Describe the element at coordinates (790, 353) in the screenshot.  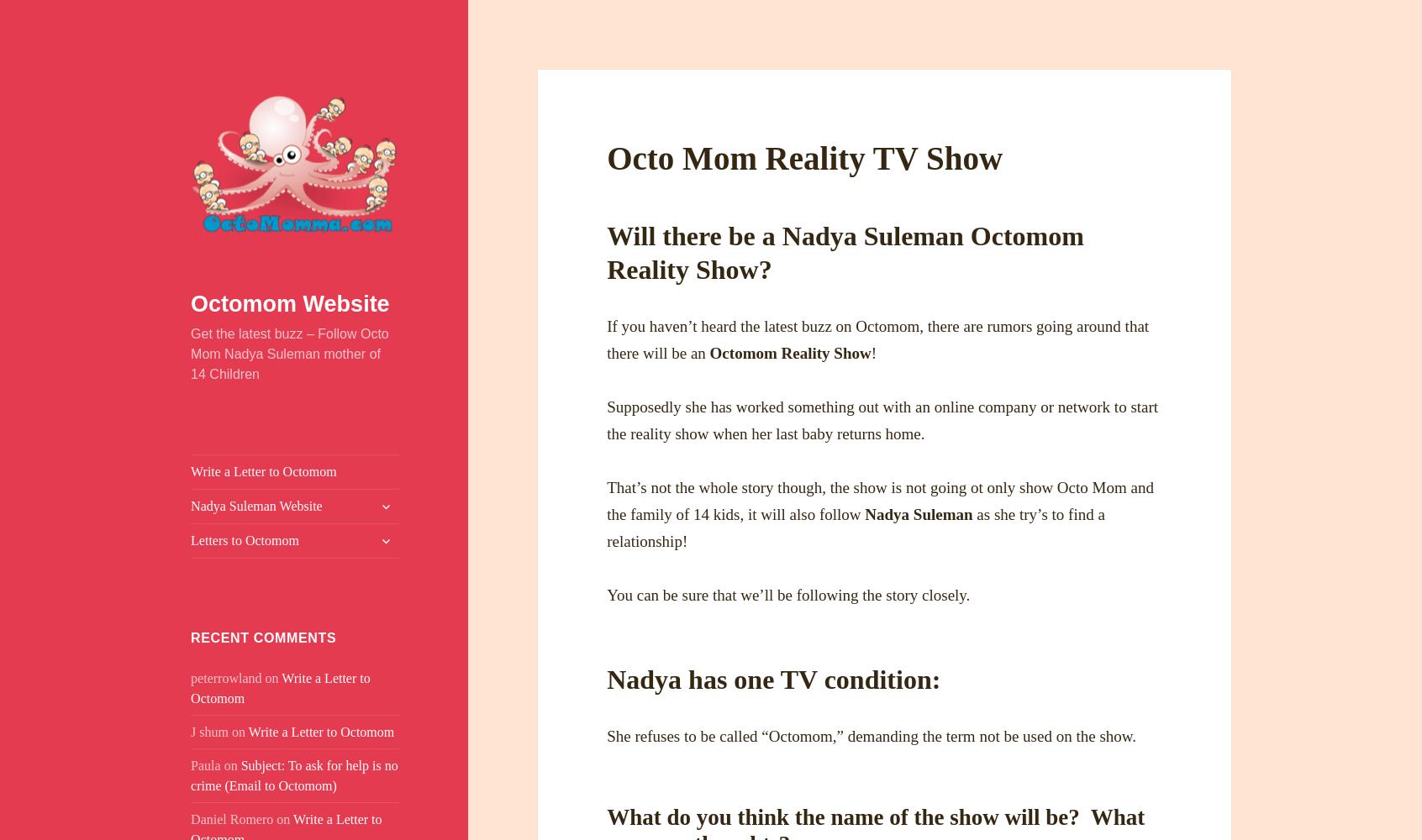
I see `'Octomom Reality Show'` at that location.